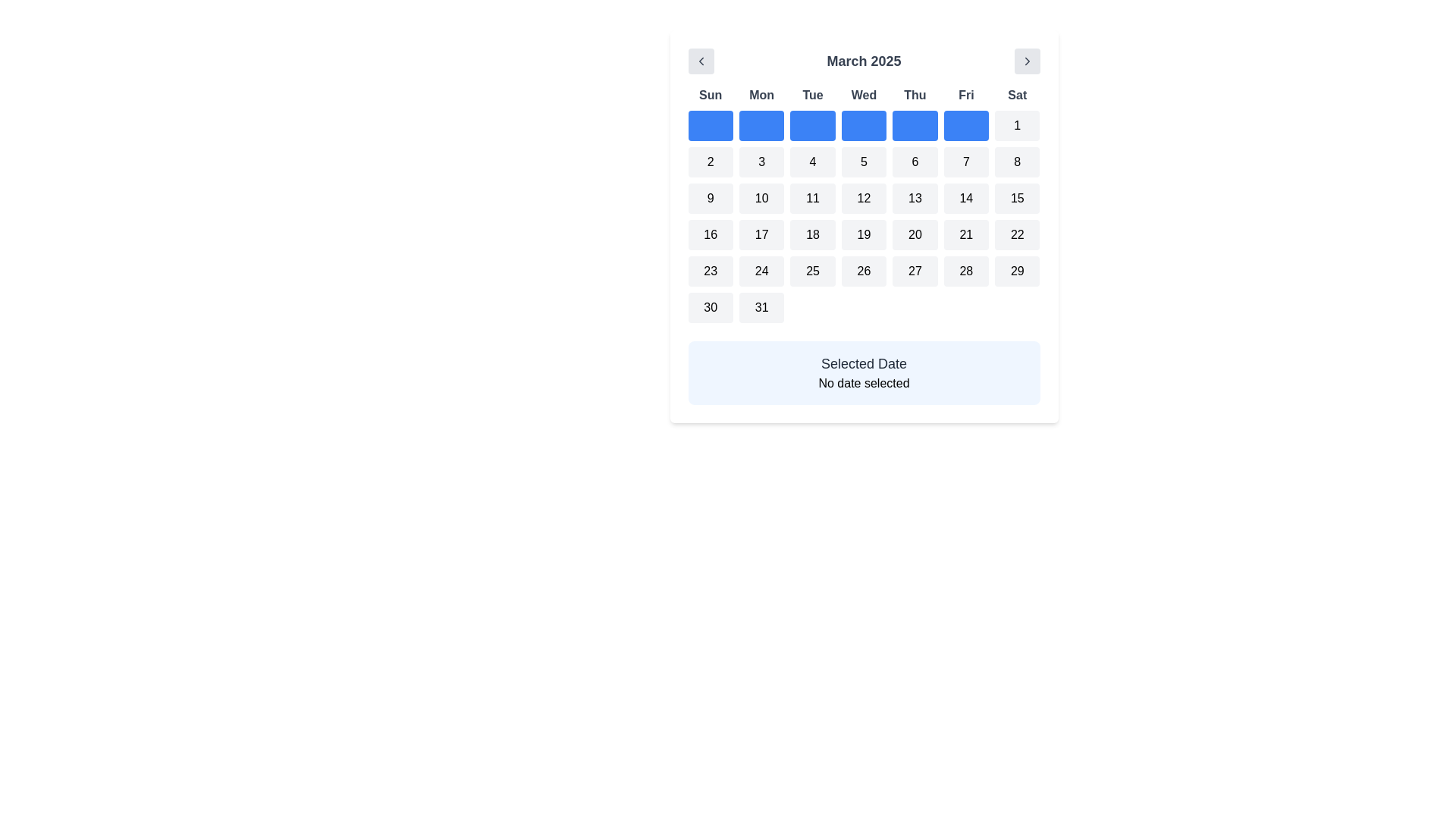 The width and height of the screenshot is (1456, 819). I want to click on the Interactive calendar day button representing the 13th day of March 2025, so click(914, 198).